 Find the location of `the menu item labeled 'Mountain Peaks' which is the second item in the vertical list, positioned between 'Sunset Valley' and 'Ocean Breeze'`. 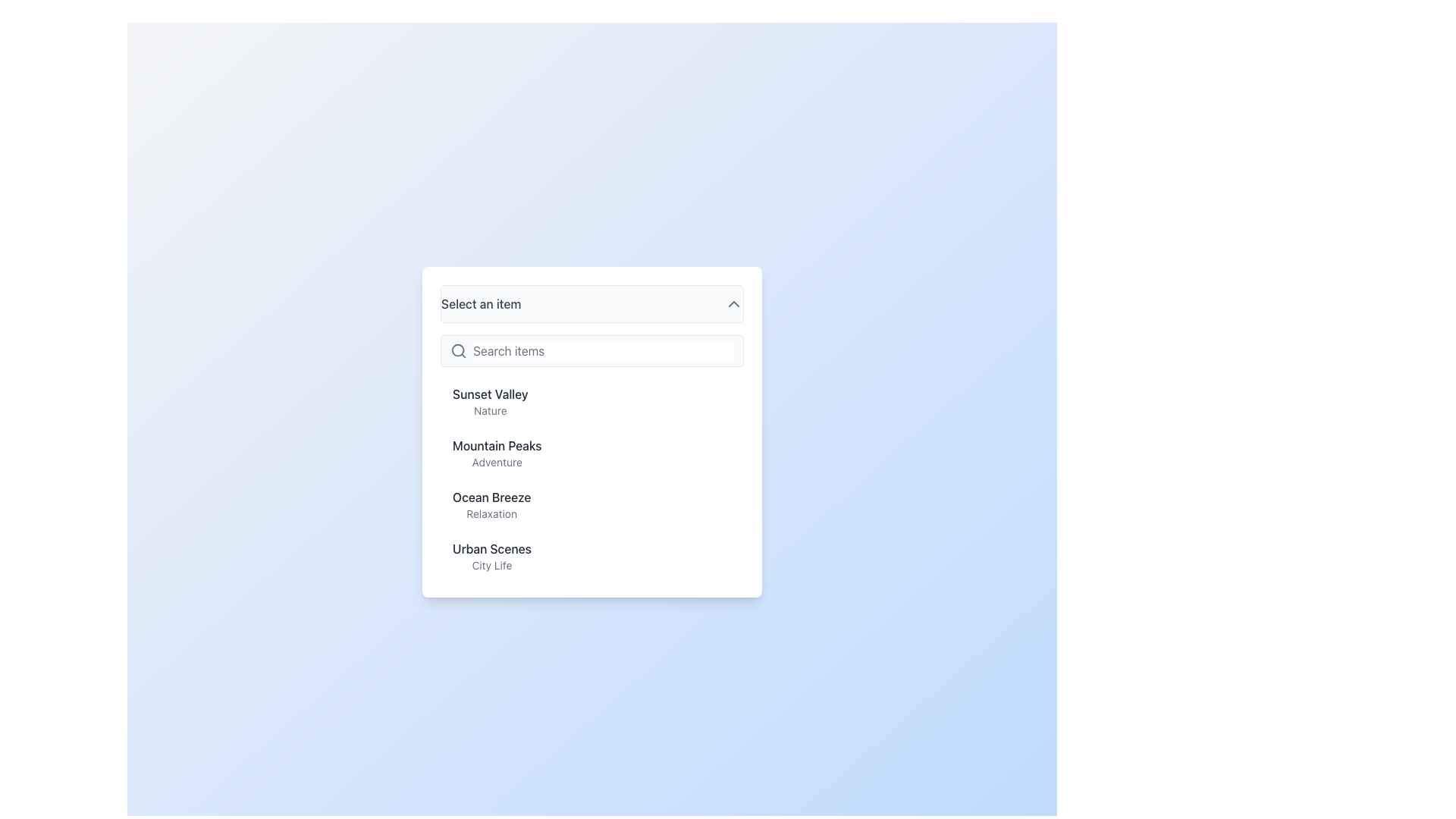

the menu item labeled 'Mountain Peaks' which is the second item in the vertical list, positioned between 'Sunset Valley' and 'Ocean Breeze' is located at coordinates (591, 452).